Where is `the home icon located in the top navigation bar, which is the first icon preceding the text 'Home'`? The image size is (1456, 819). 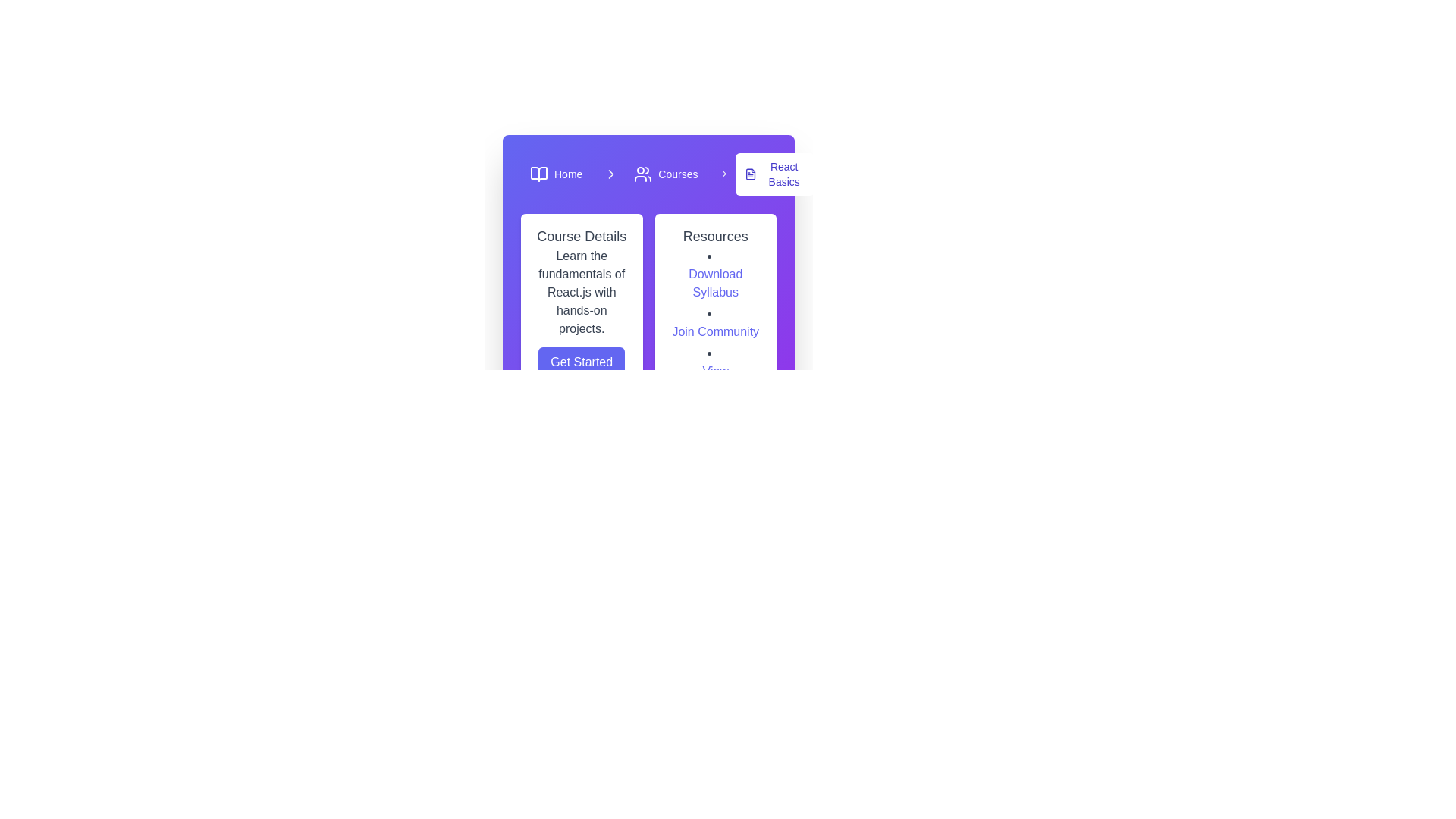
the home icon located in the top navigation bar, which is the first icon preceding the text 'Home' is located at coordinates (538, 174).